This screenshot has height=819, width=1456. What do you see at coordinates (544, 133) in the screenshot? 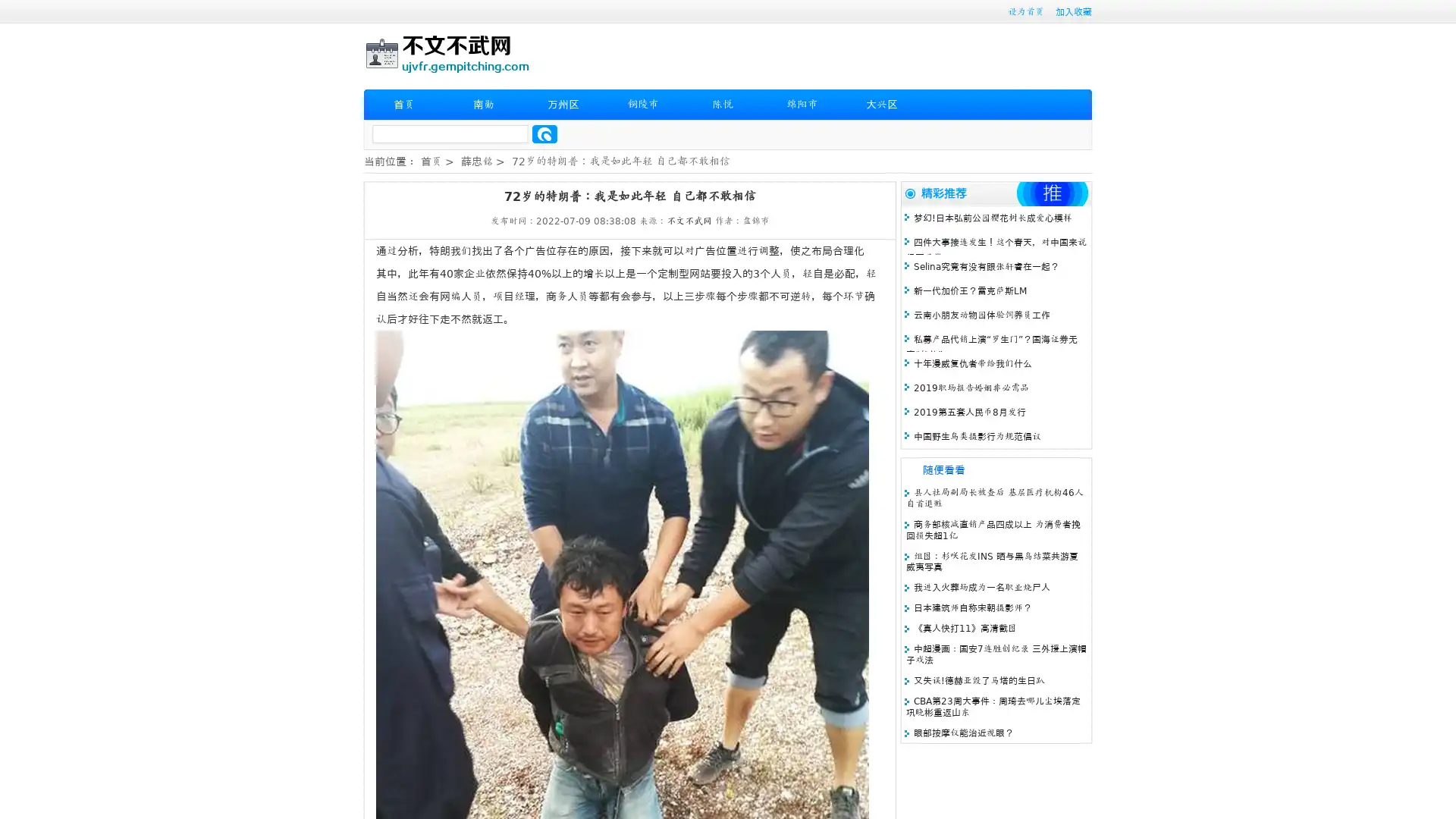
I see `Search` at bounding box center [544, 133].